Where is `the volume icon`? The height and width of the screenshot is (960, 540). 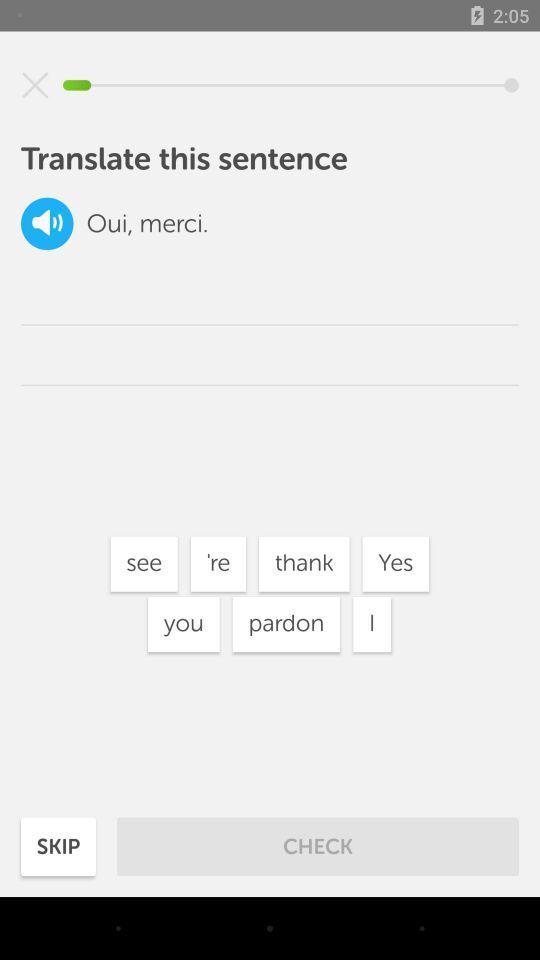
the volume icon is located at coordinates (47, 223).